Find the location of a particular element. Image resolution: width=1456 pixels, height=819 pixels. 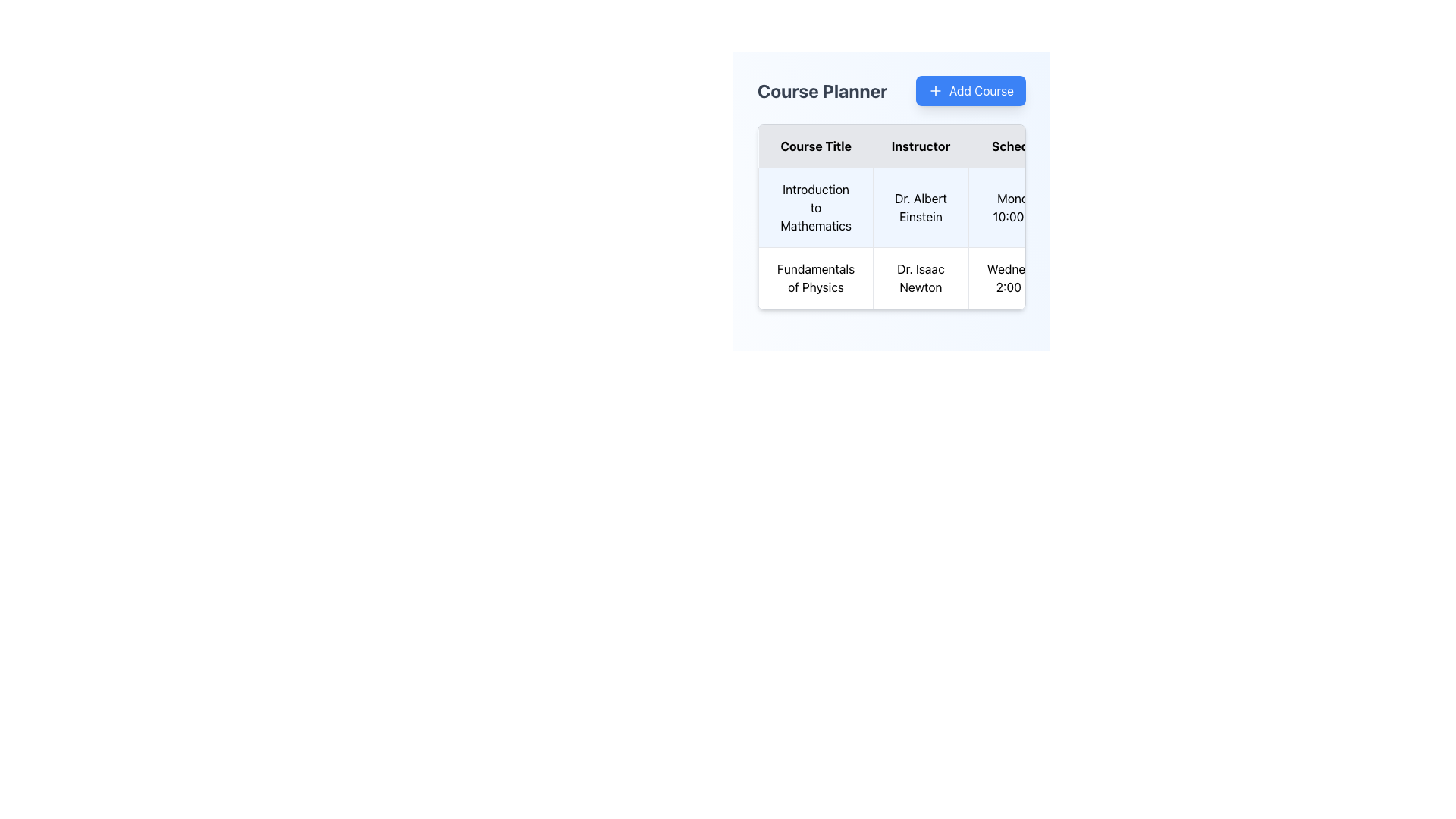

the 'Course Title' text label which is displayed in bold within a gray cell background, located in the first column of the table header row is located at coordinates (815, 146).